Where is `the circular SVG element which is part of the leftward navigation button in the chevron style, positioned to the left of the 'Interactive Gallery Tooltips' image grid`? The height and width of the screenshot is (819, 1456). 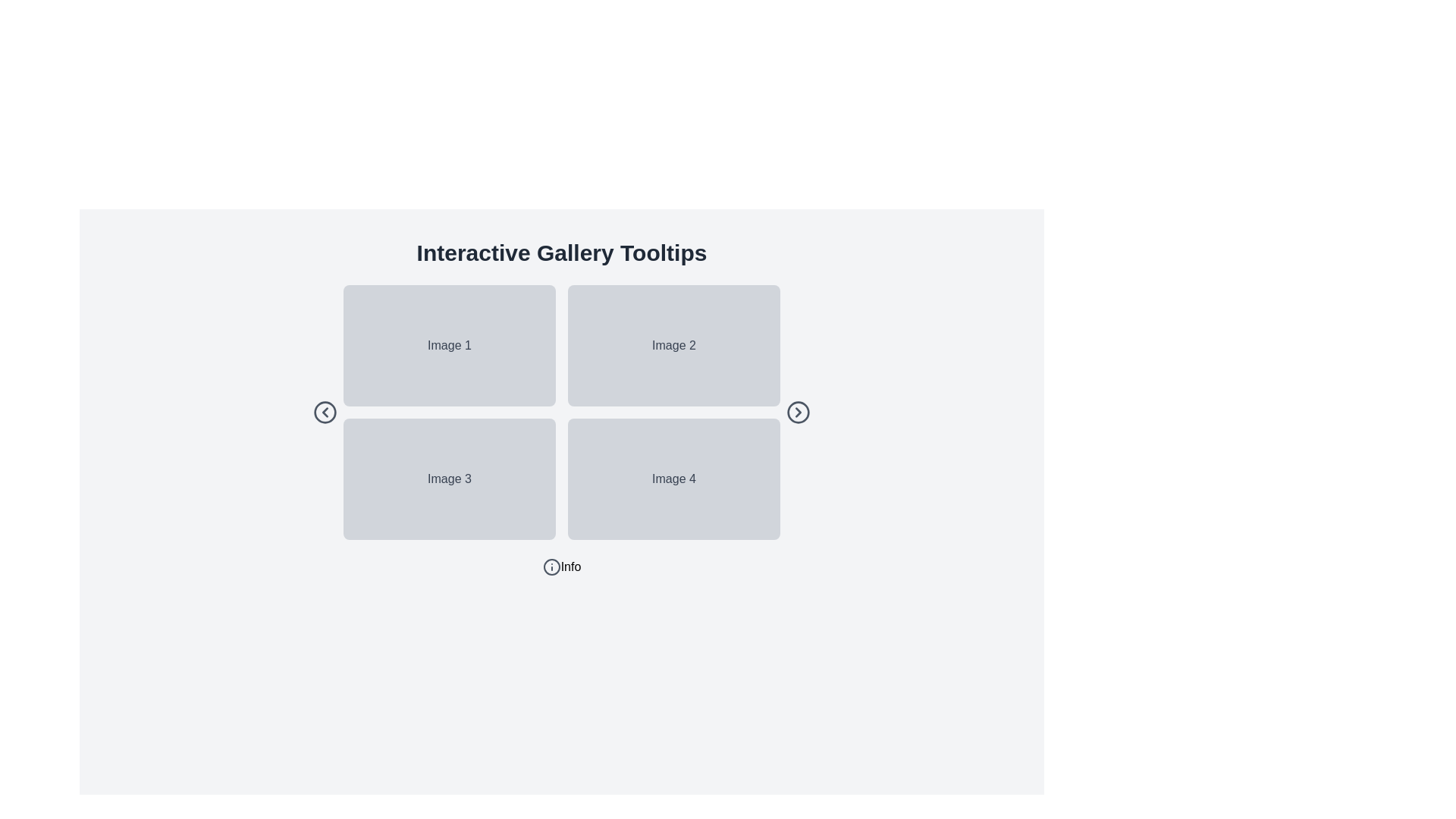 the circular SVG element which is part of the leftward navigation button in the chevron style, positioned to the left of the 'Interactive Gallery Tooltips' image grid is located at coordinates (324, 412).